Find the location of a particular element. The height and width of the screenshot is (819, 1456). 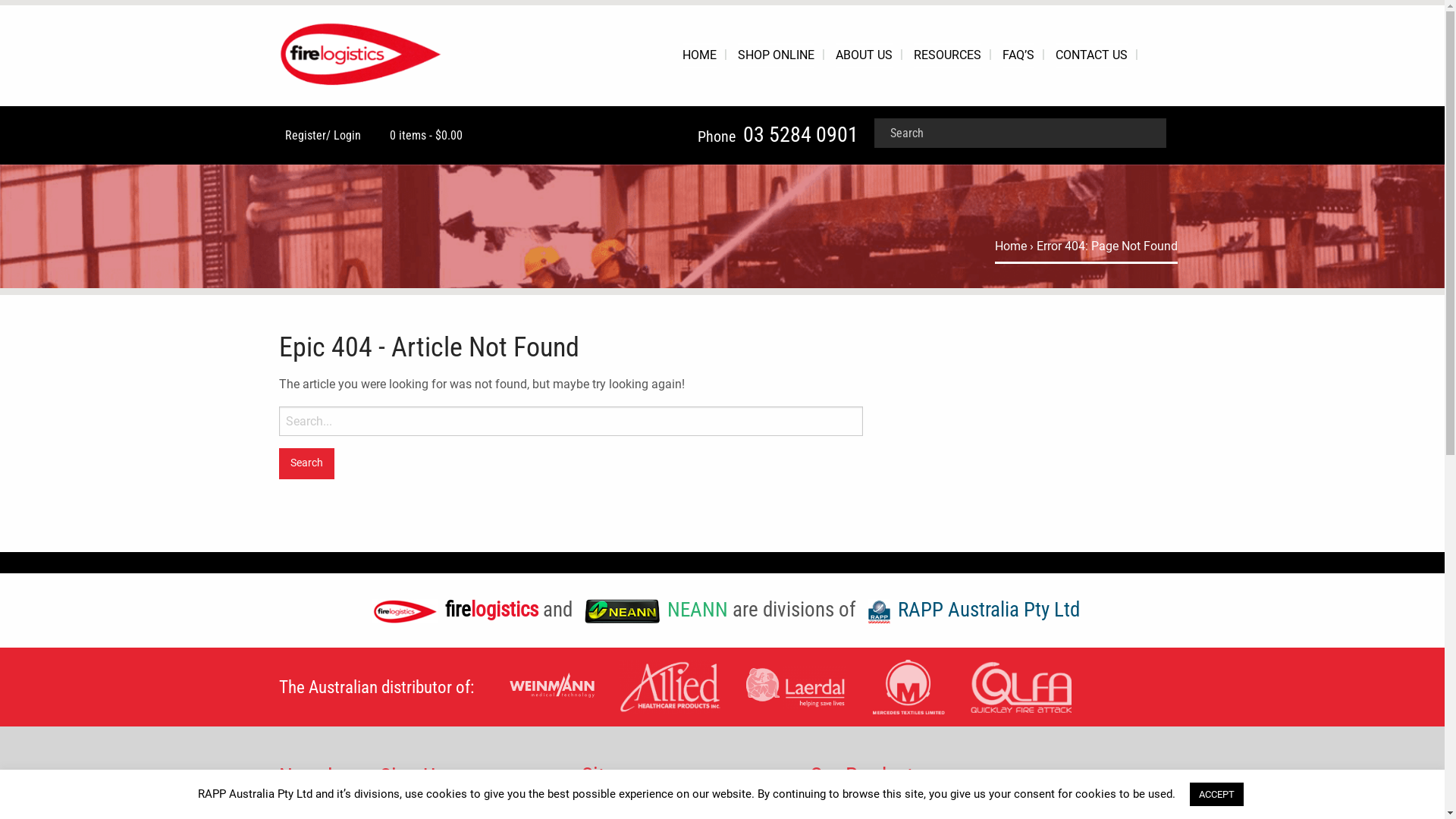

'RESOURCES' is located at coordinates (946, 55).